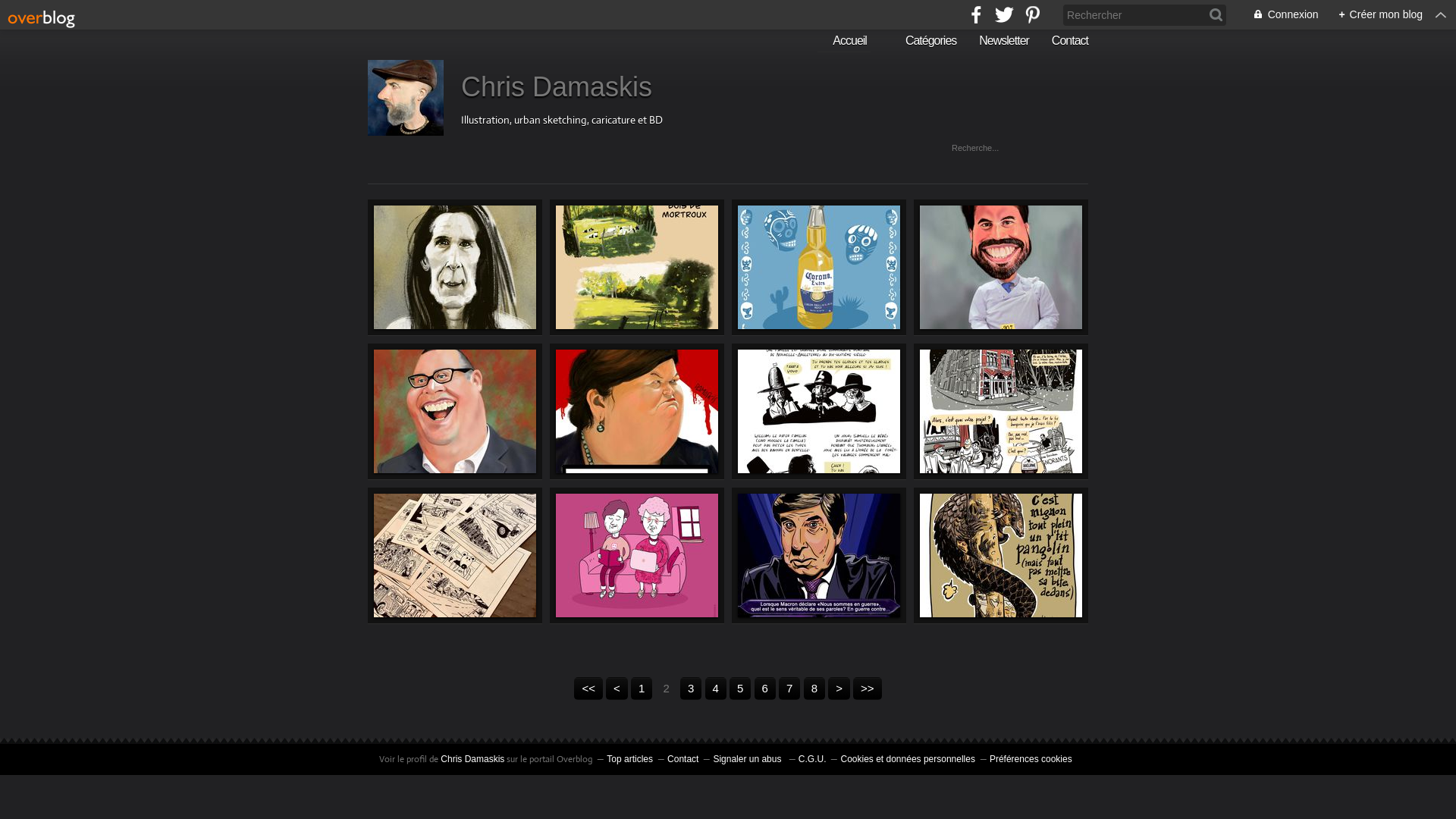  Describe the element at coordinates (1031, 14) in the screenshot. I see `' pinterest'` at that location.